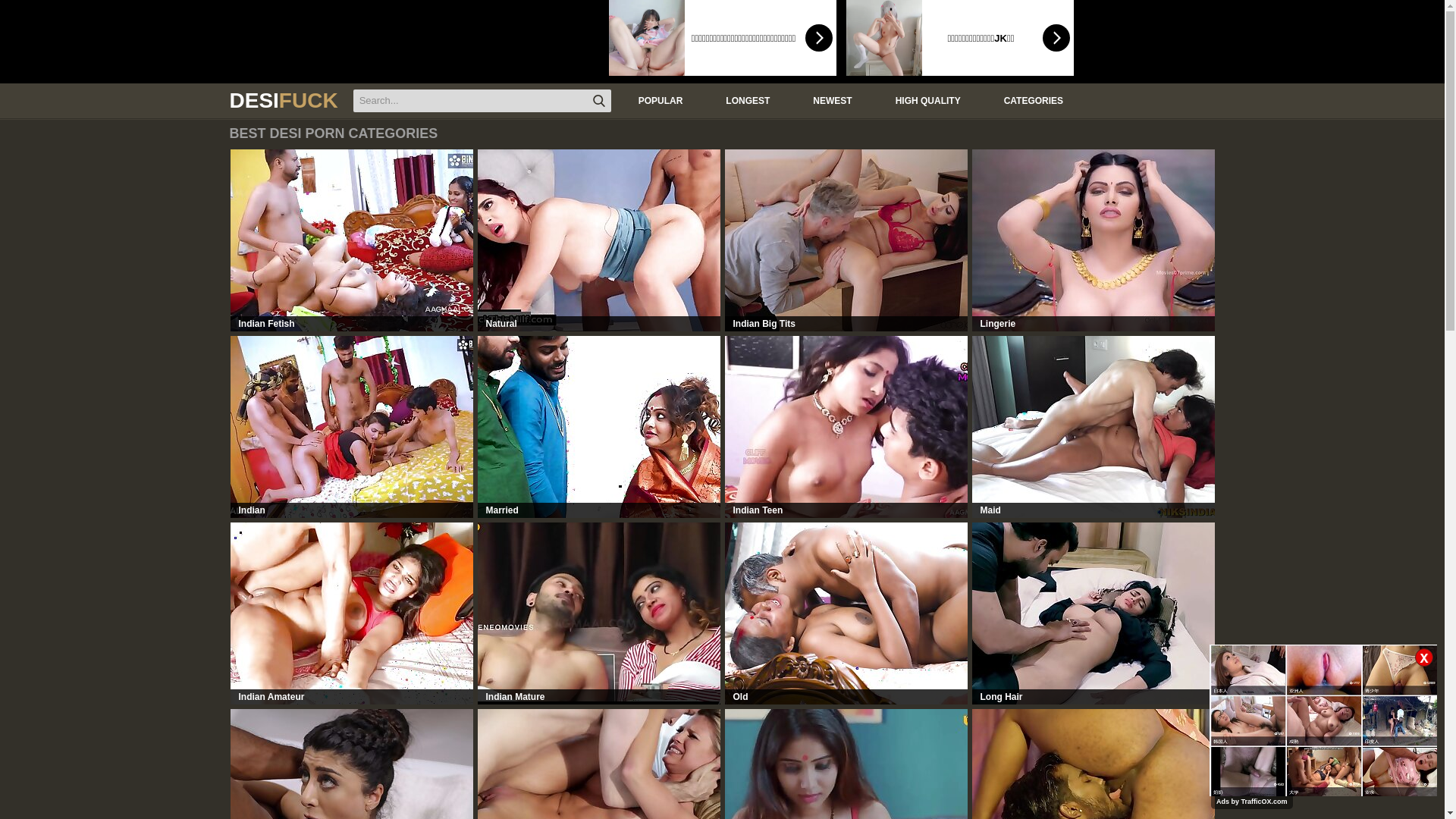 The height and width of the screenshot is (819, 1456). What do you see at coordinates (658, 100) in the screenshot?
I see `'POPULAR'` at bounding box center [658, 100].